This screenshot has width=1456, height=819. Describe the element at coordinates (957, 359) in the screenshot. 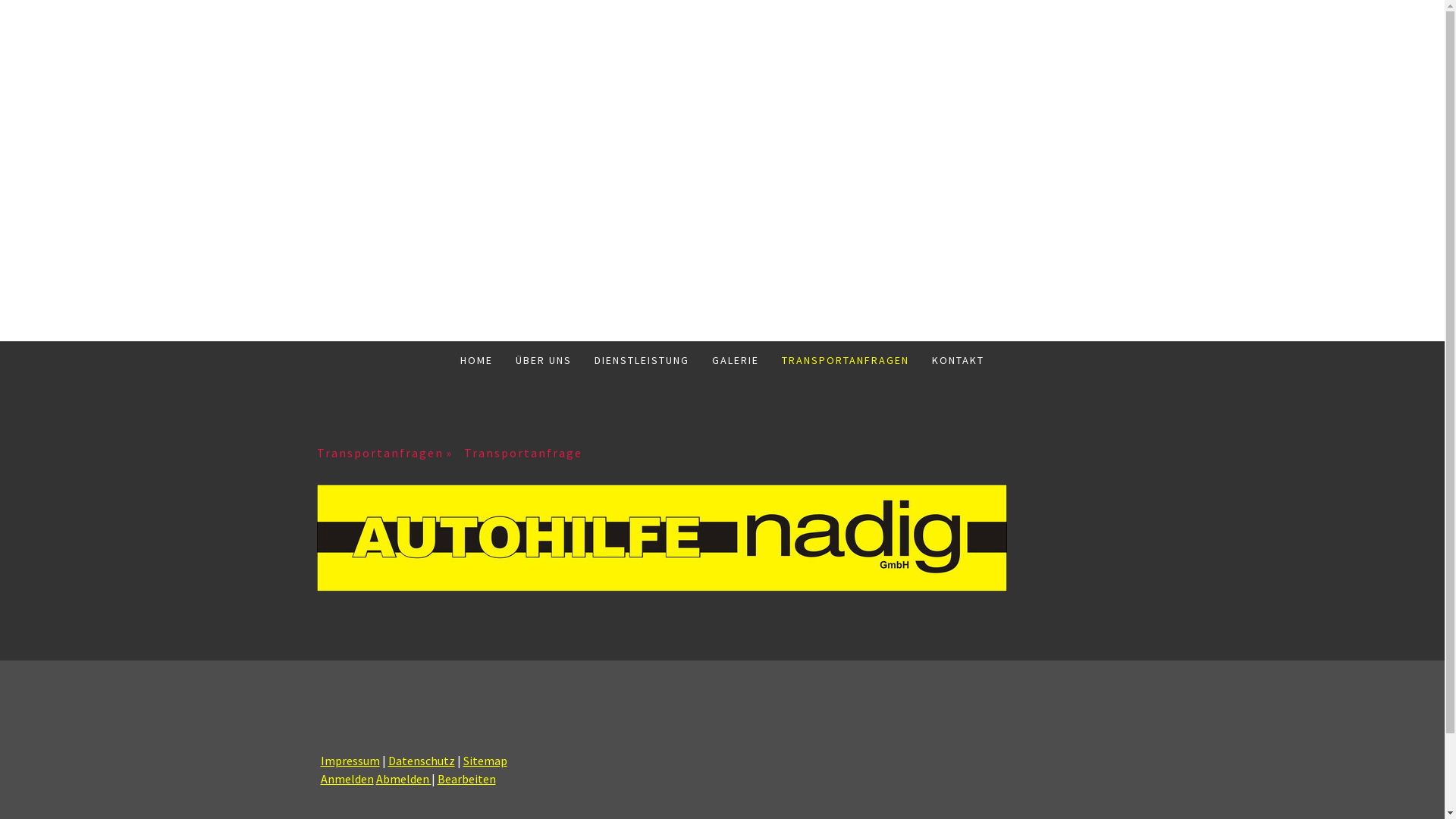

I see `'KONTAKT'` at that location.